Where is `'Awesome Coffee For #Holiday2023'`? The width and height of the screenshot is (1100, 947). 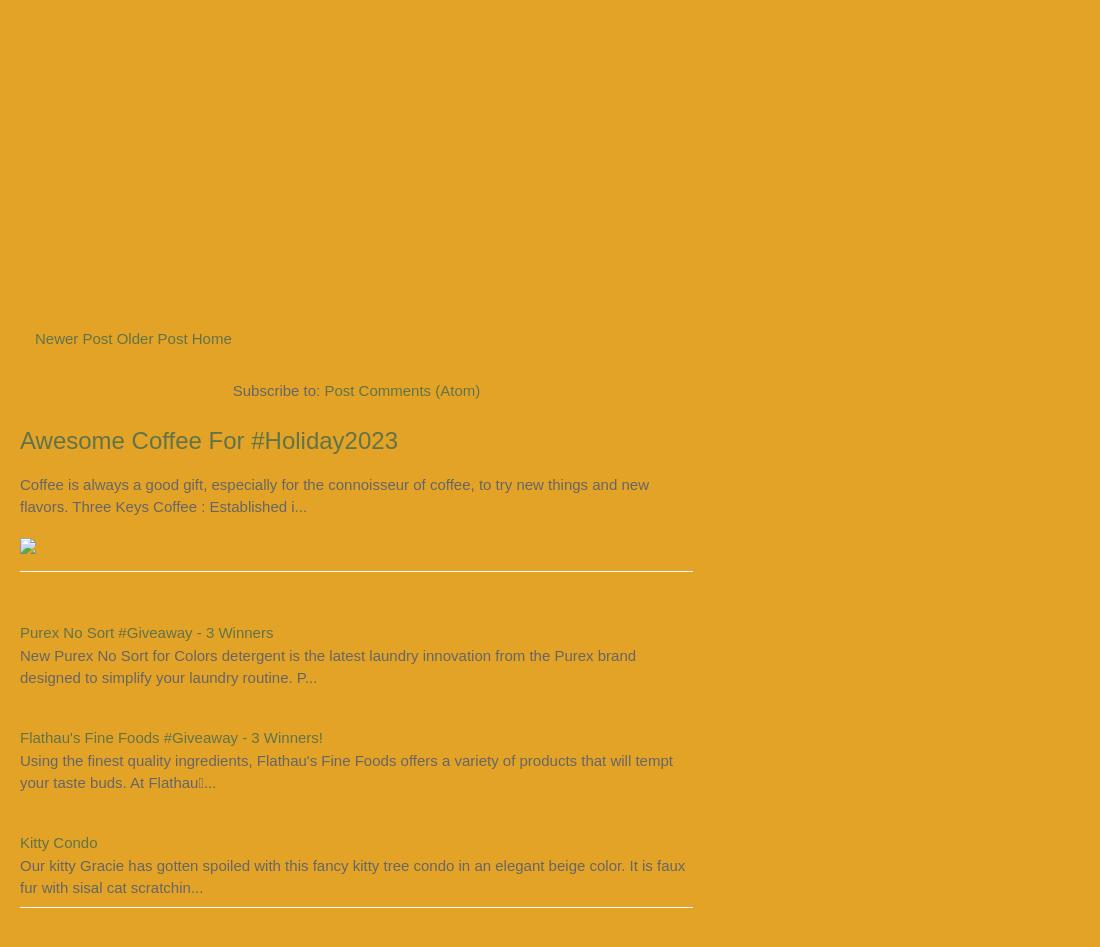 'Awesome Coffee For #Holiday2023' is located at coordinates (209, 439).